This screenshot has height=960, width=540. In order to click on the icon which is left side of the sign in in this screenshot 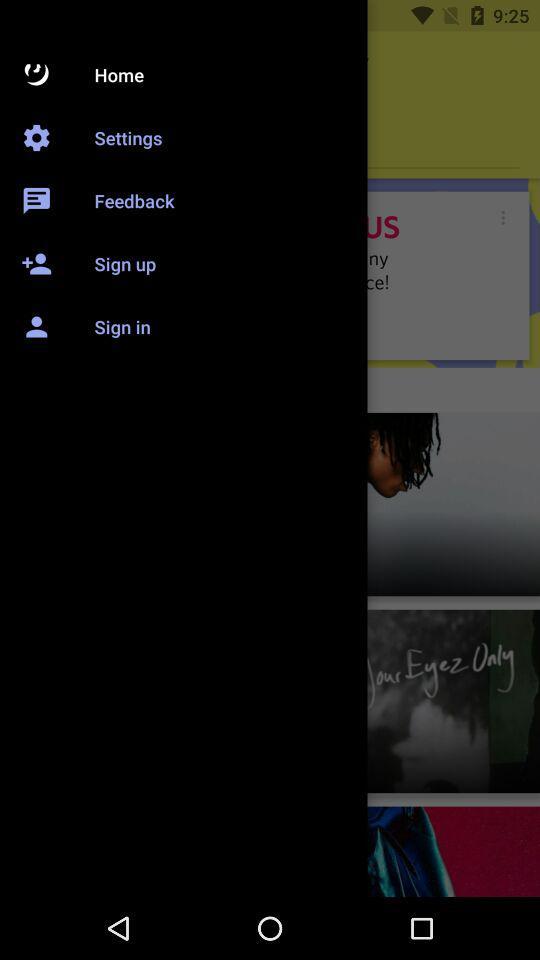, I will do `click(42, 317)`.